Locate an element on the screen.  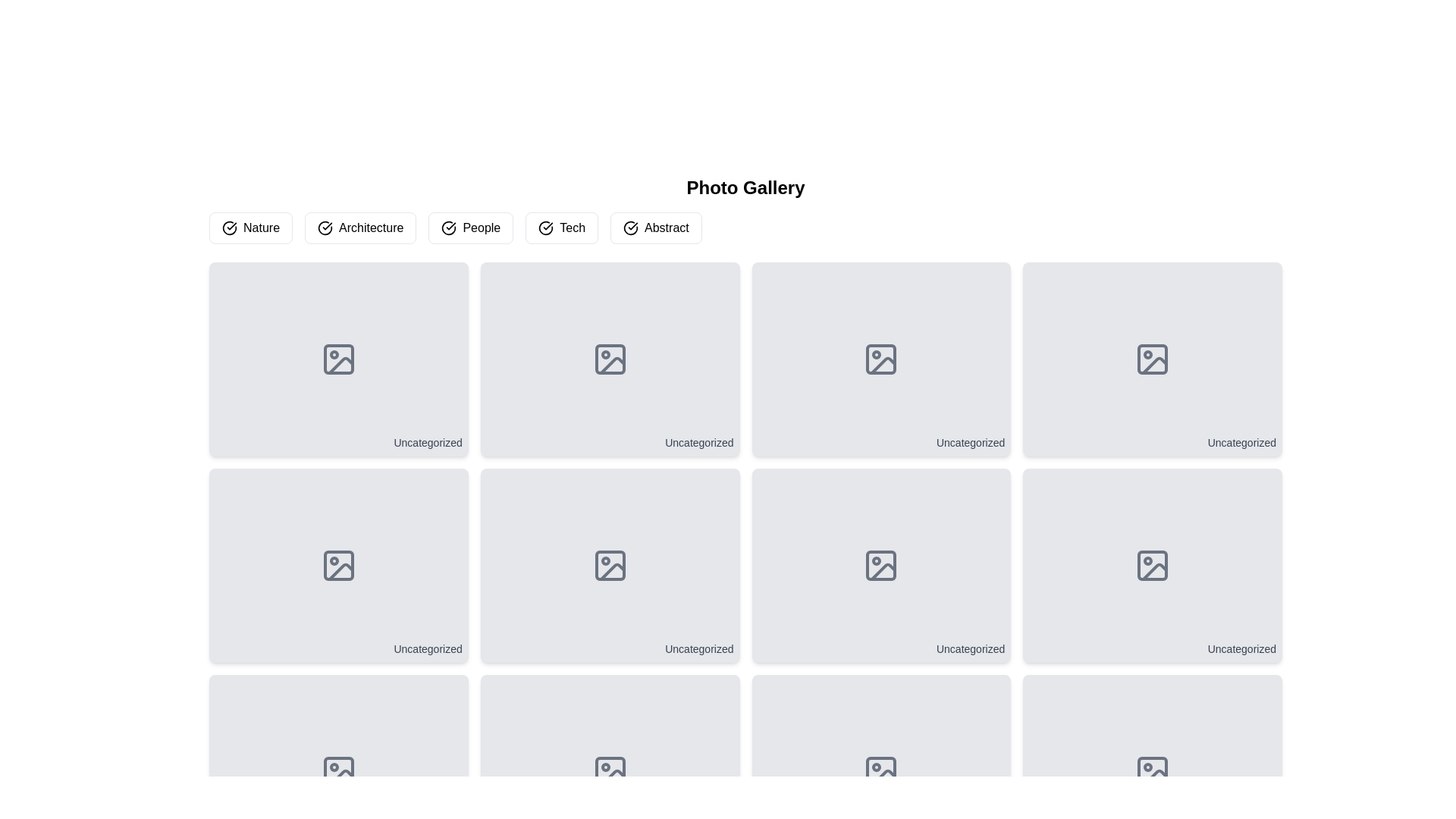
the icon that signifies the placeholder for an image in the second column of the first row of the grid, visually distinguished by the 'Uncategorized' label at the bottom is located at coordinates (610, 359).